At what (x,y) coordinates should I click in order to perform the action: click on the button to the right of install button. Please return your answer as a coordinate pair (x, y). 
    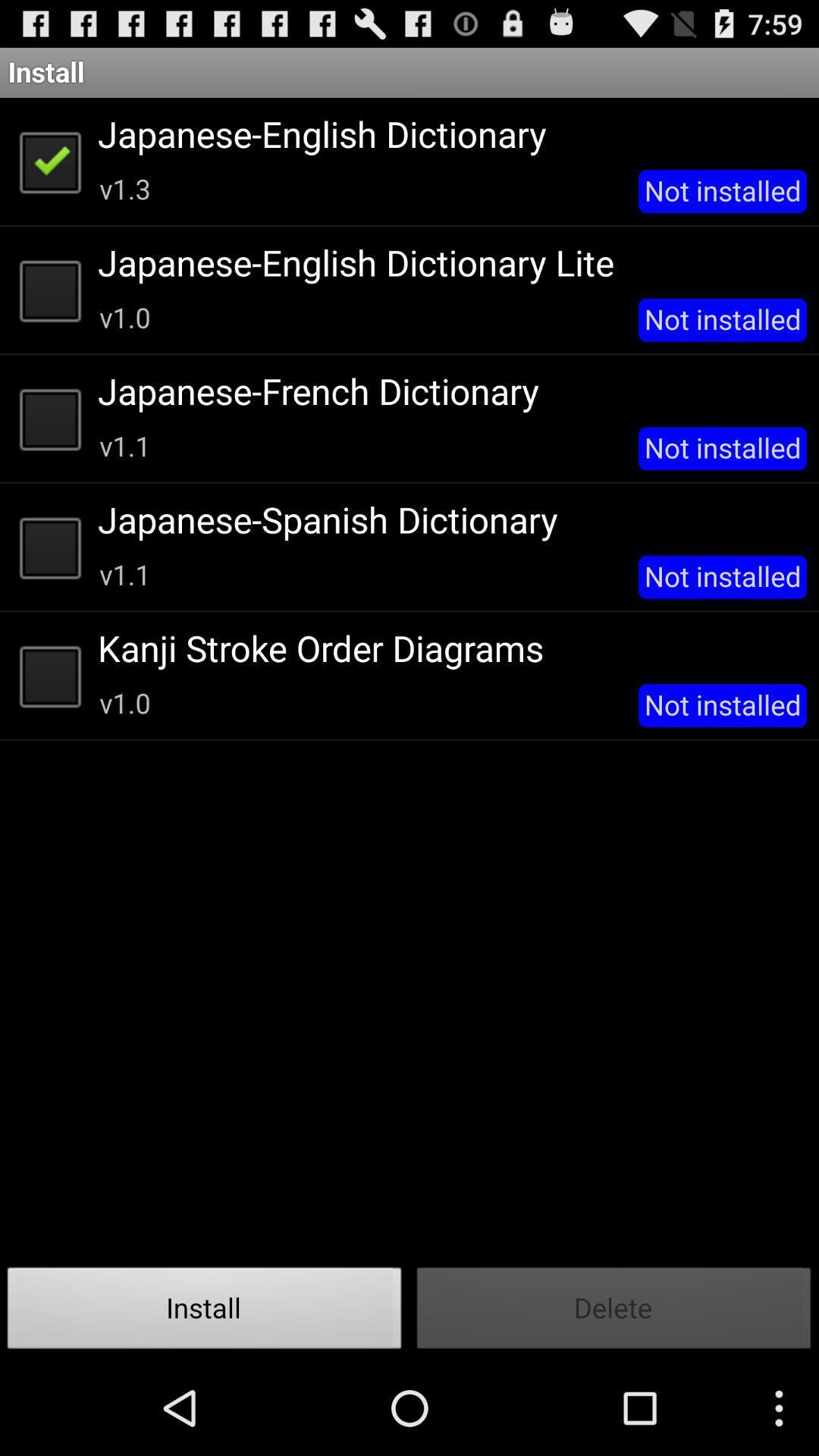
    Looking at the image, I should click on (614, 1312).